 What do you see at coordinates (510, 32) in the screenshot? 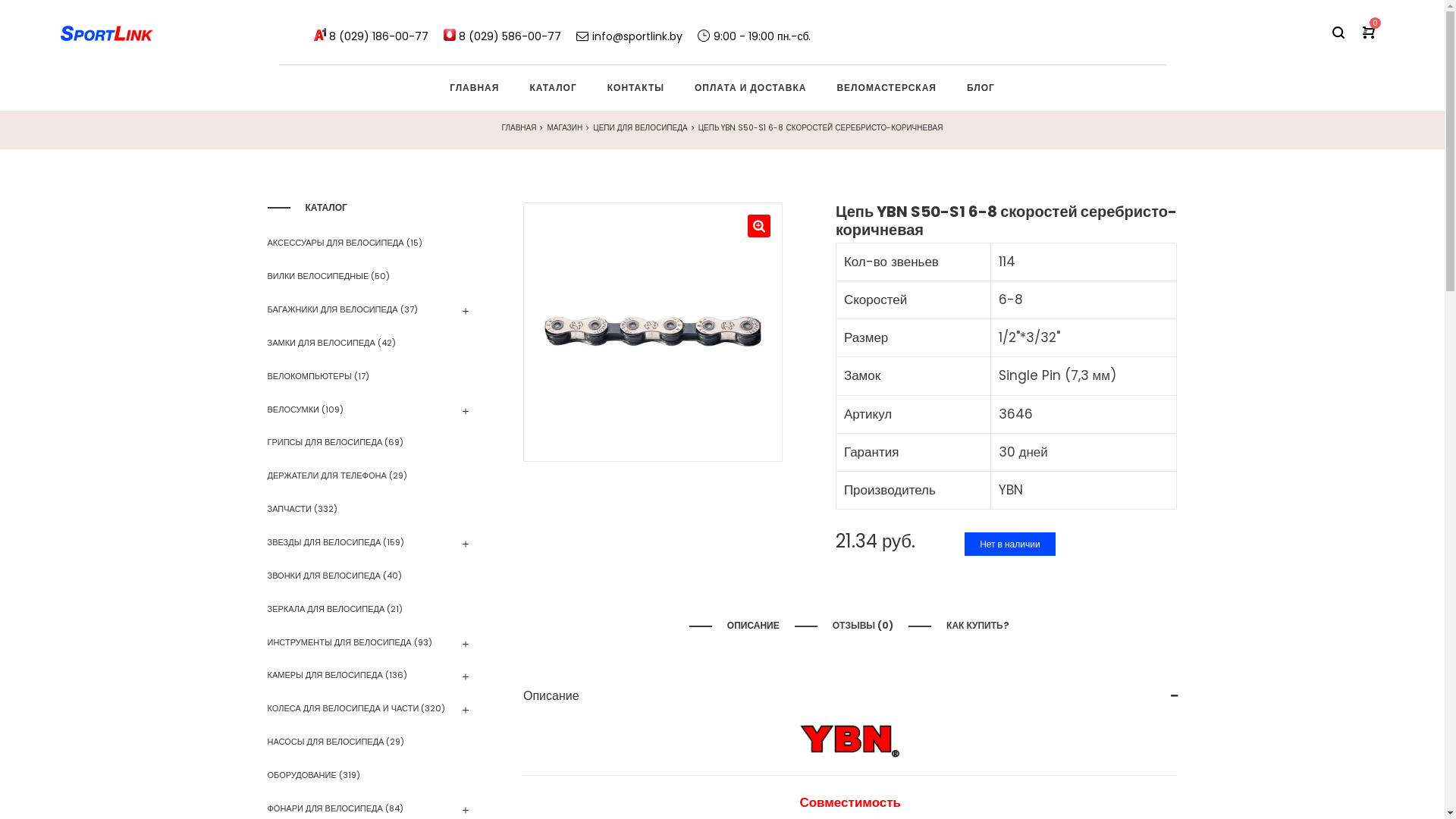
I see `'8 (029) 586-00-77'` at bounding box center [510, 32].